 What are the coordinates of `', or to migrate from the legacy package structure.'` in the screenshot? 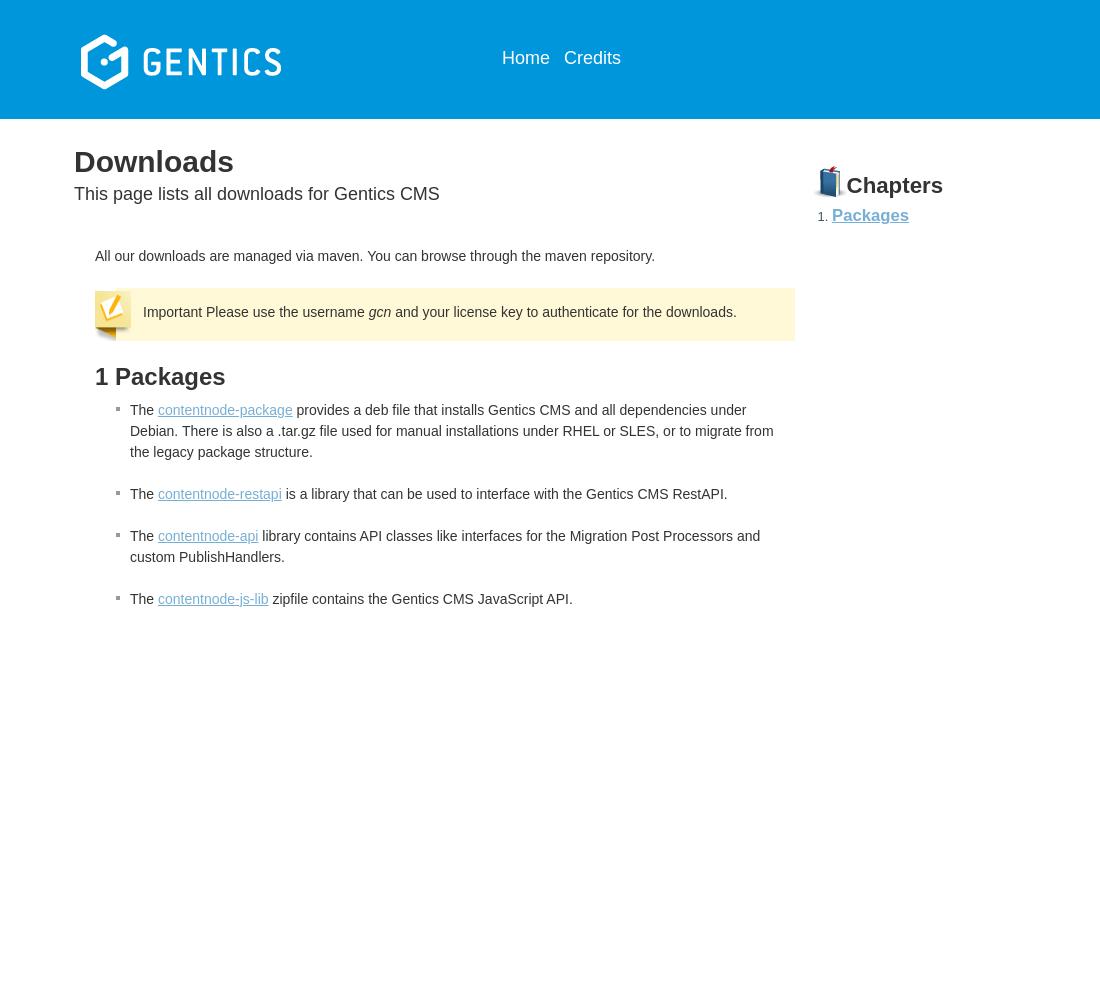 It's located at (450, 439).